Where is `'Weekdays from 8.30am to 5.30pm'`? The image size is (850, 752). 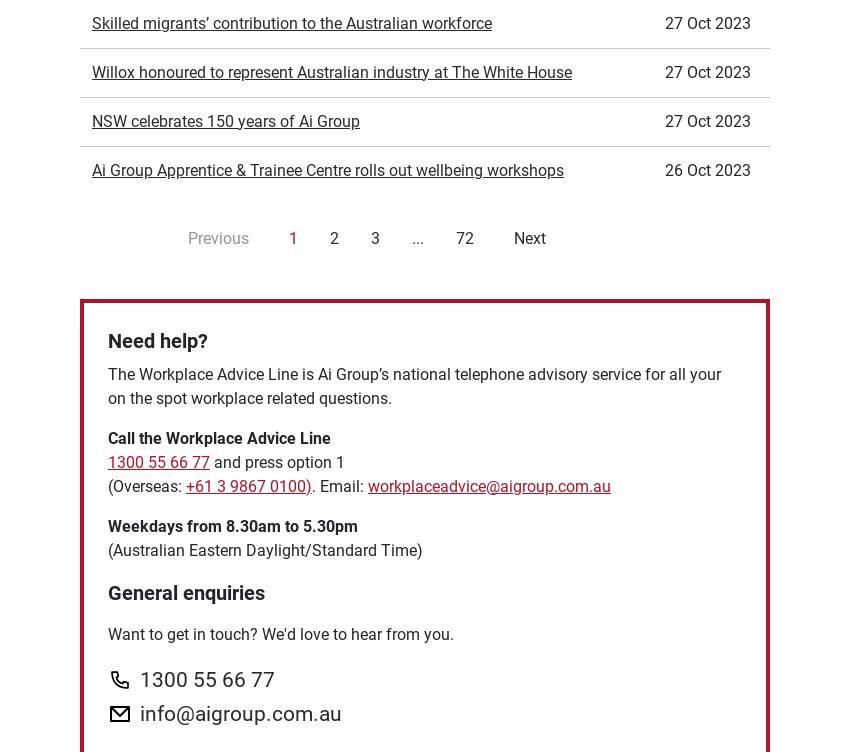 'Weekdays from 8.30am to 5.30pm' is located at coordinates (107, 301).